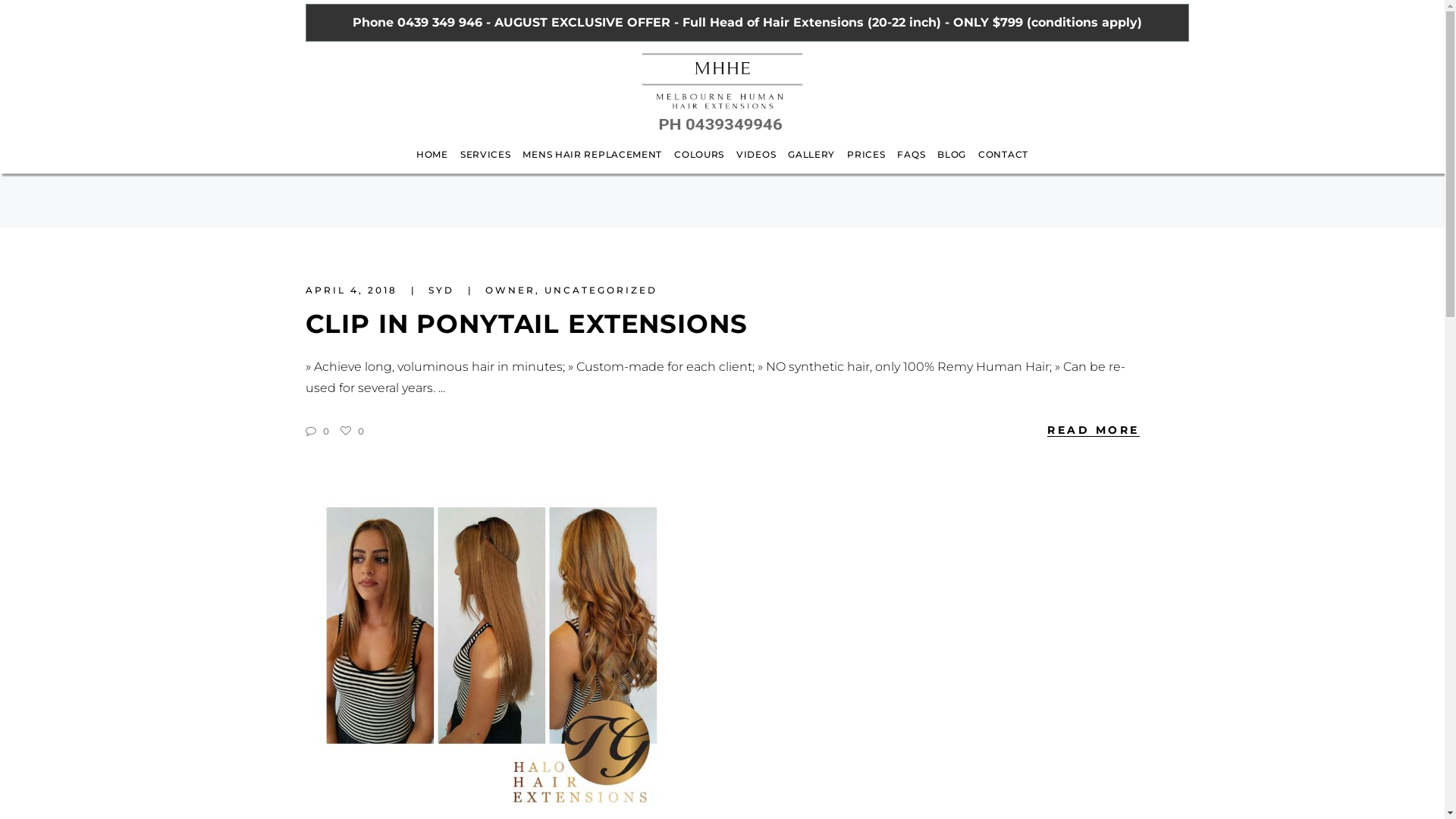 This screenshot has width=1456, height=819. What do you see at coordinates (410, 164) in the screenshot?
I see `'HOME'` at bounding box center [410, 164].